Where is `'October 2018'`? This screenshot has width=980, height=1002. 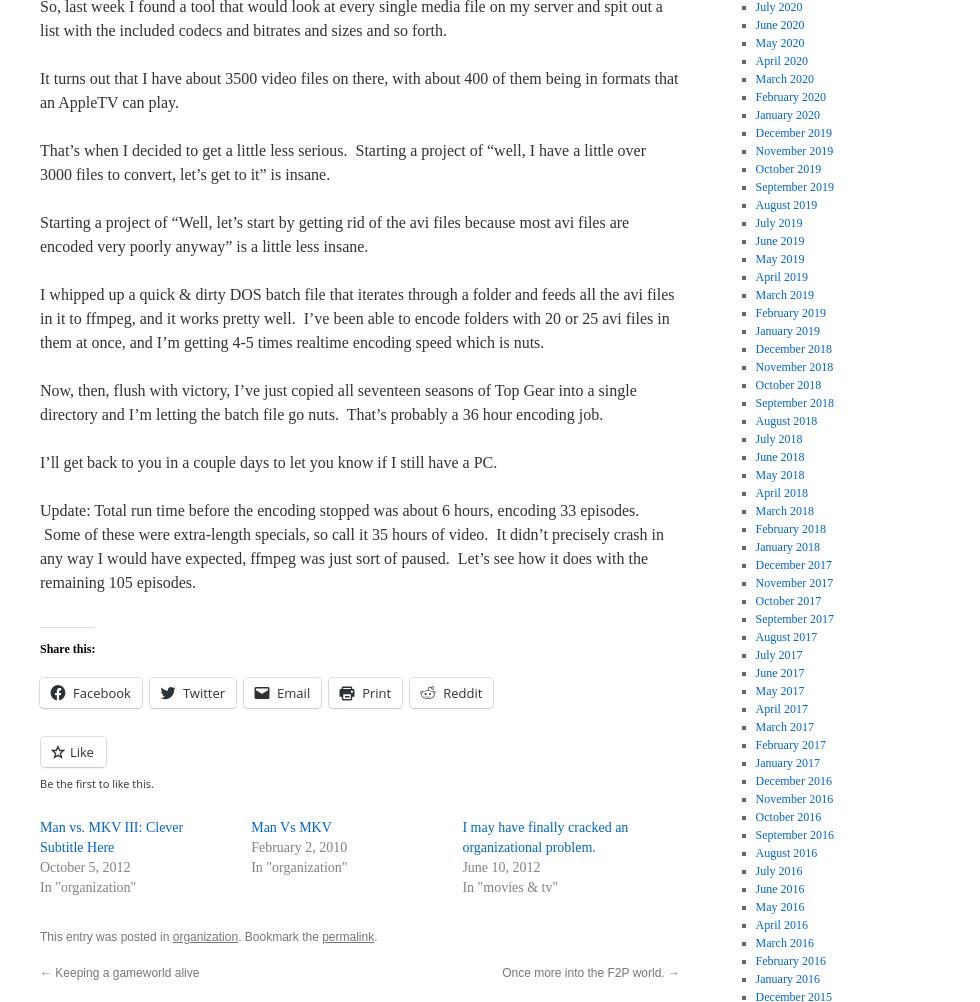 'October 2018' is located at coordinates (788, 384).